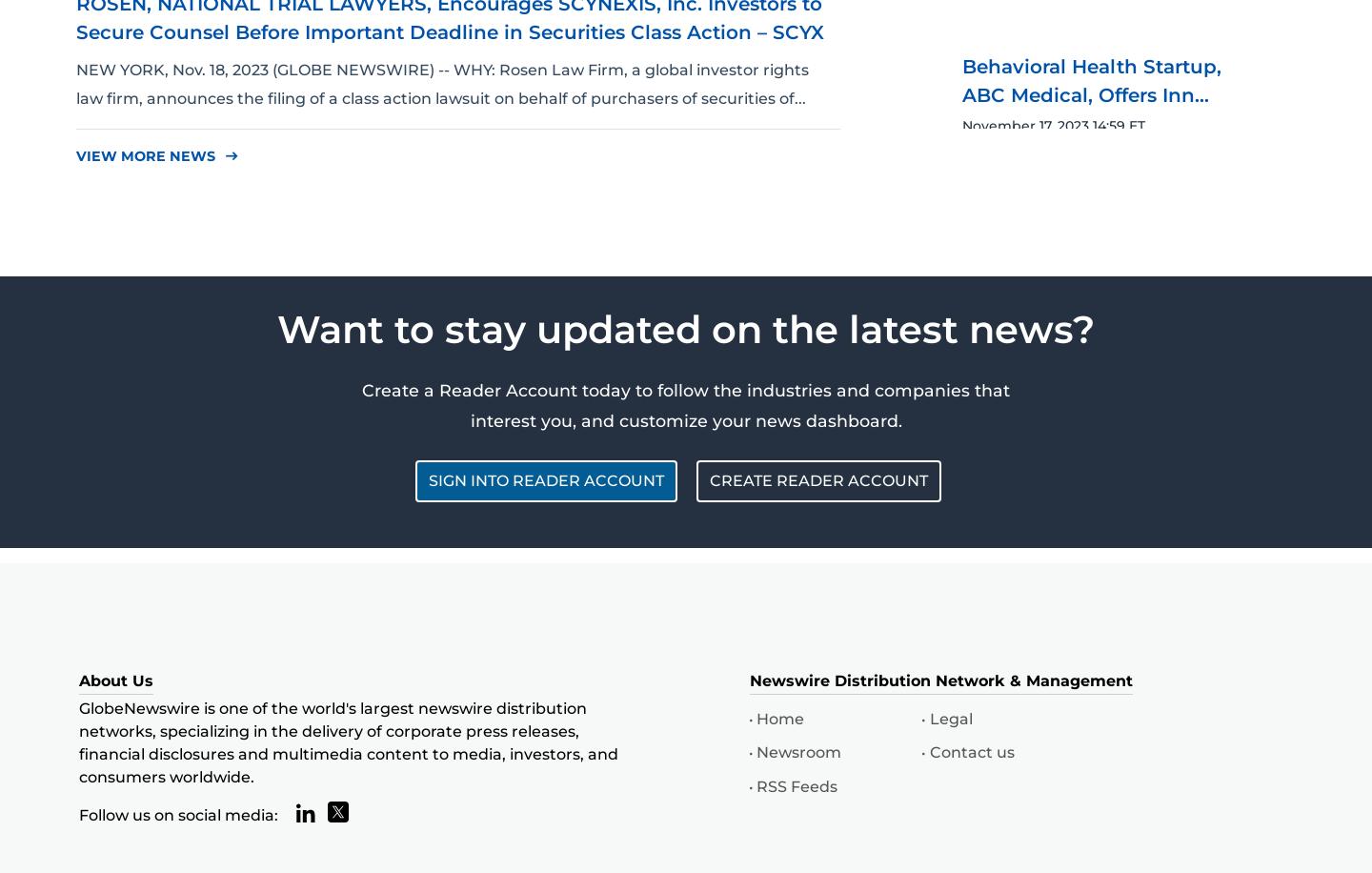 The image size is (1372, 873). What do you see at coordinates (546, 479) in the screenshot?
I see `'SIGN INTO READER ACCOUNT'` at bounding box center [546, 479].